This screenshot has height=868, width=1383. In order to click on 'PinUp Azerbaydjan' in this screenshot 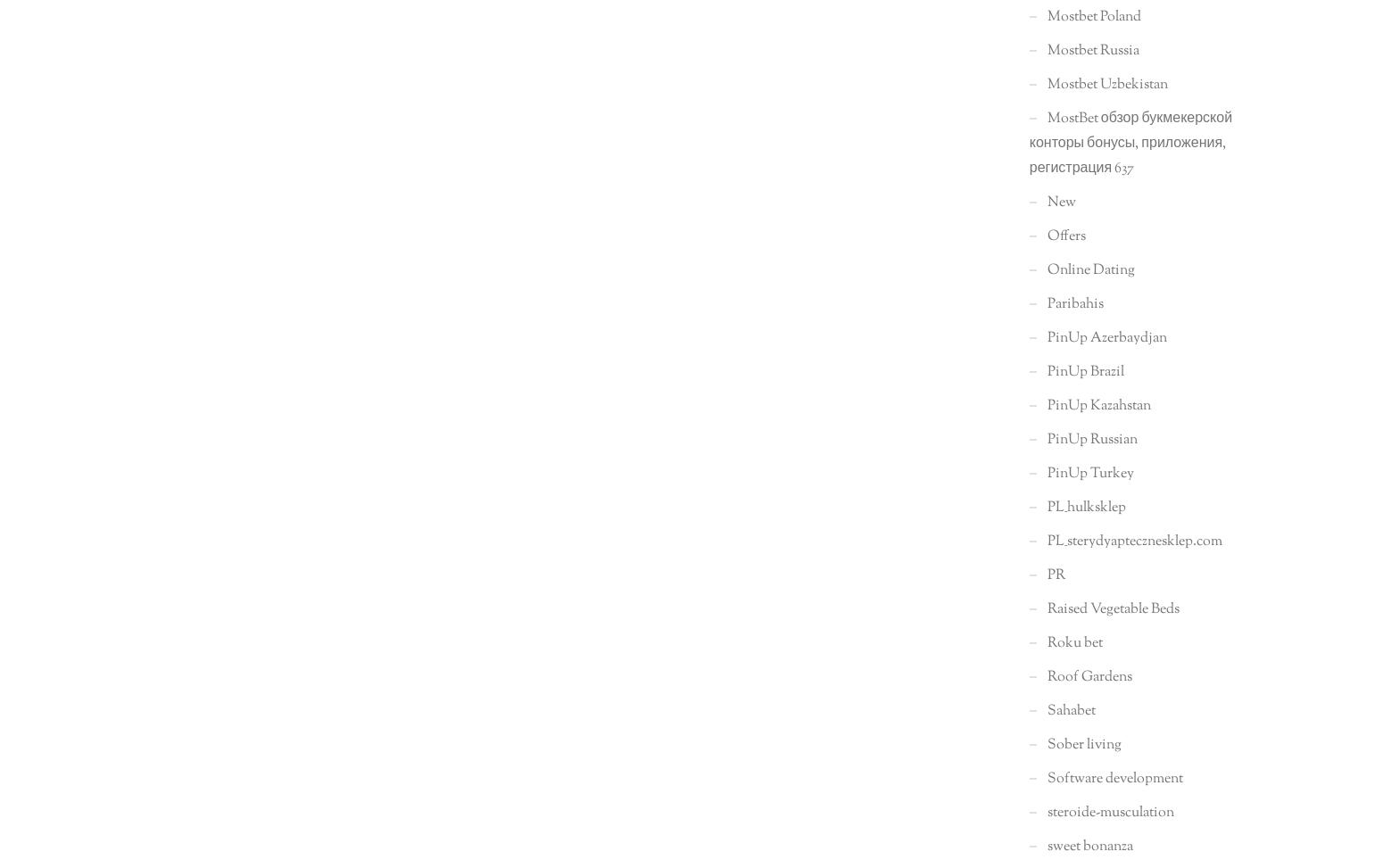, I will do `click(1106, 336)`.